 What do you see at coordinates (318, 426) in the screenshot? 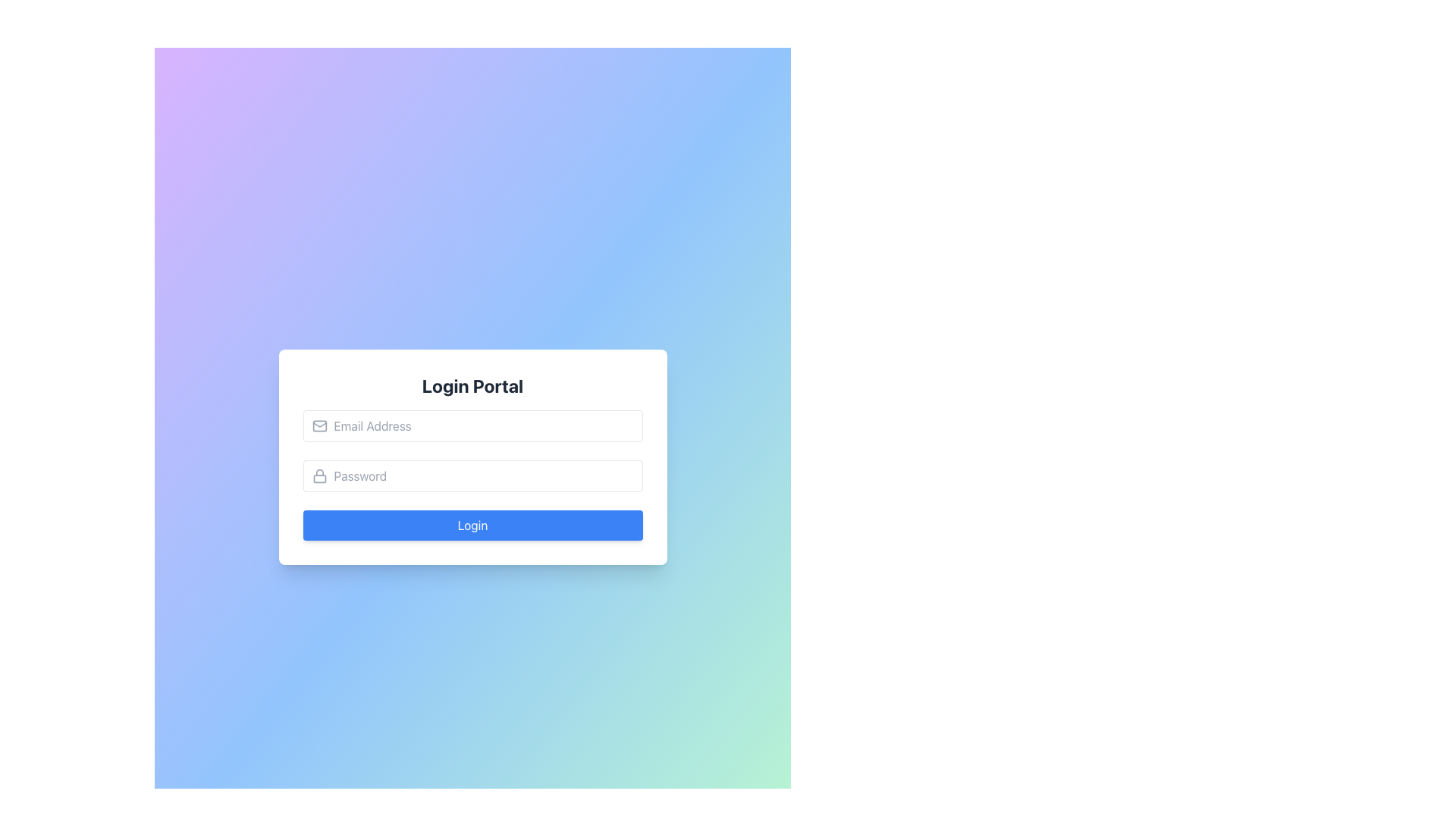
I see `the gray envelope icon located inside the email input field, positioned before the placeholder text 'Email Address'` at bounding box center [318, 426].